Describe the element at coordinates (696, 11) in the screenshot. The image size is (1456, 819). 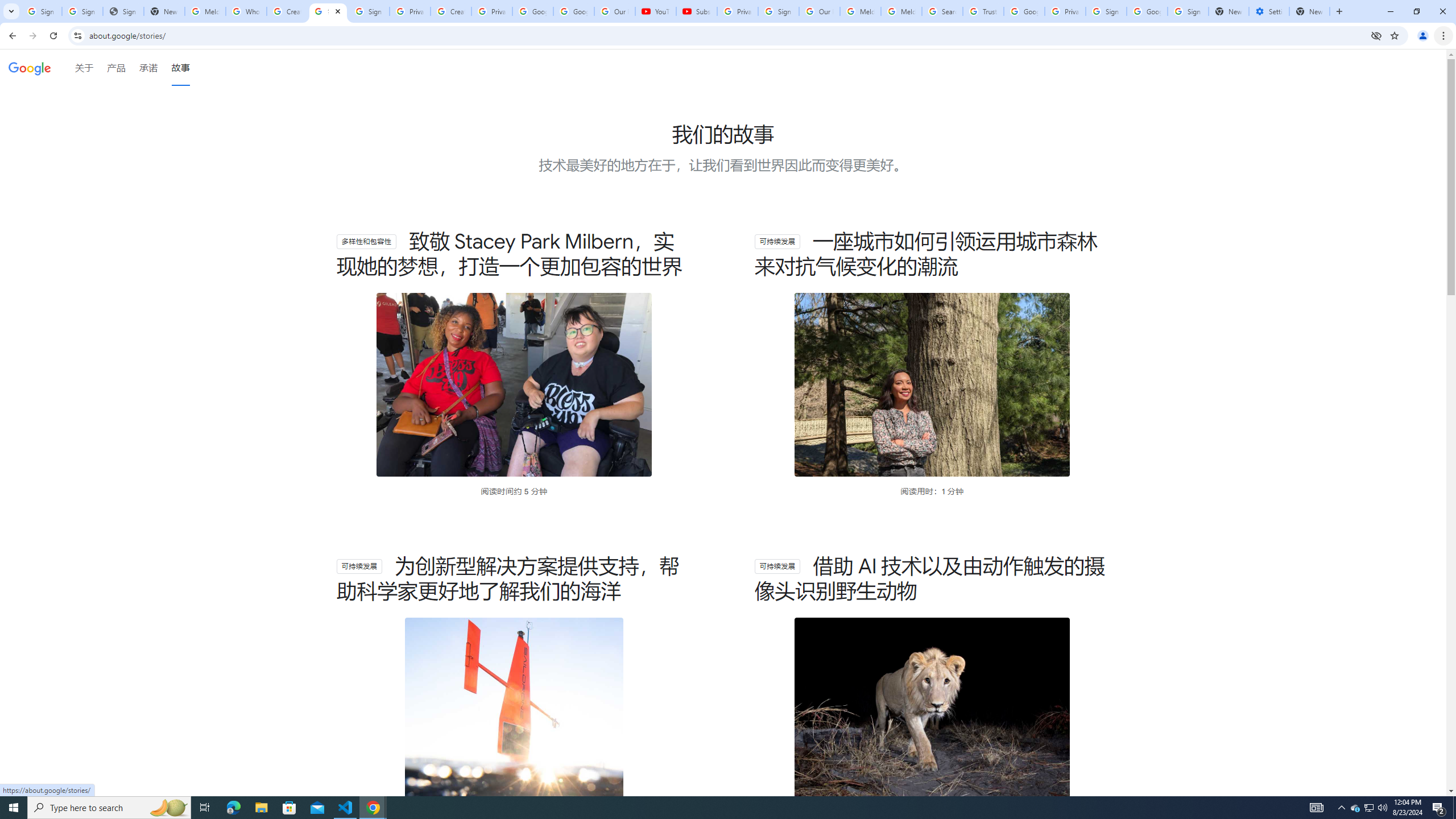
I see `'Subscriptions - YouTube'` at that location.